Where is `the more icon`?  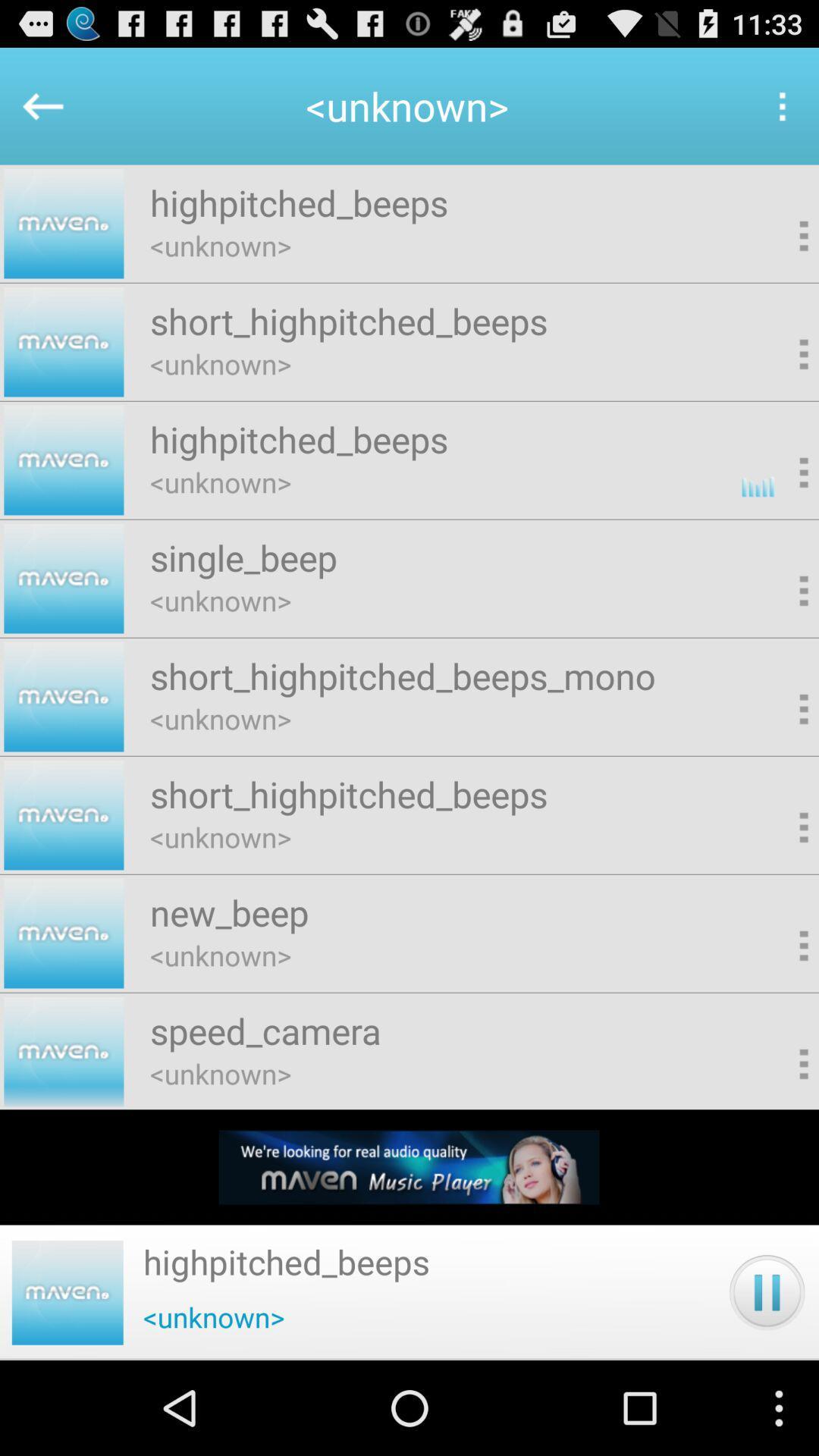 the more icon is located at coordinates (779, 1140).